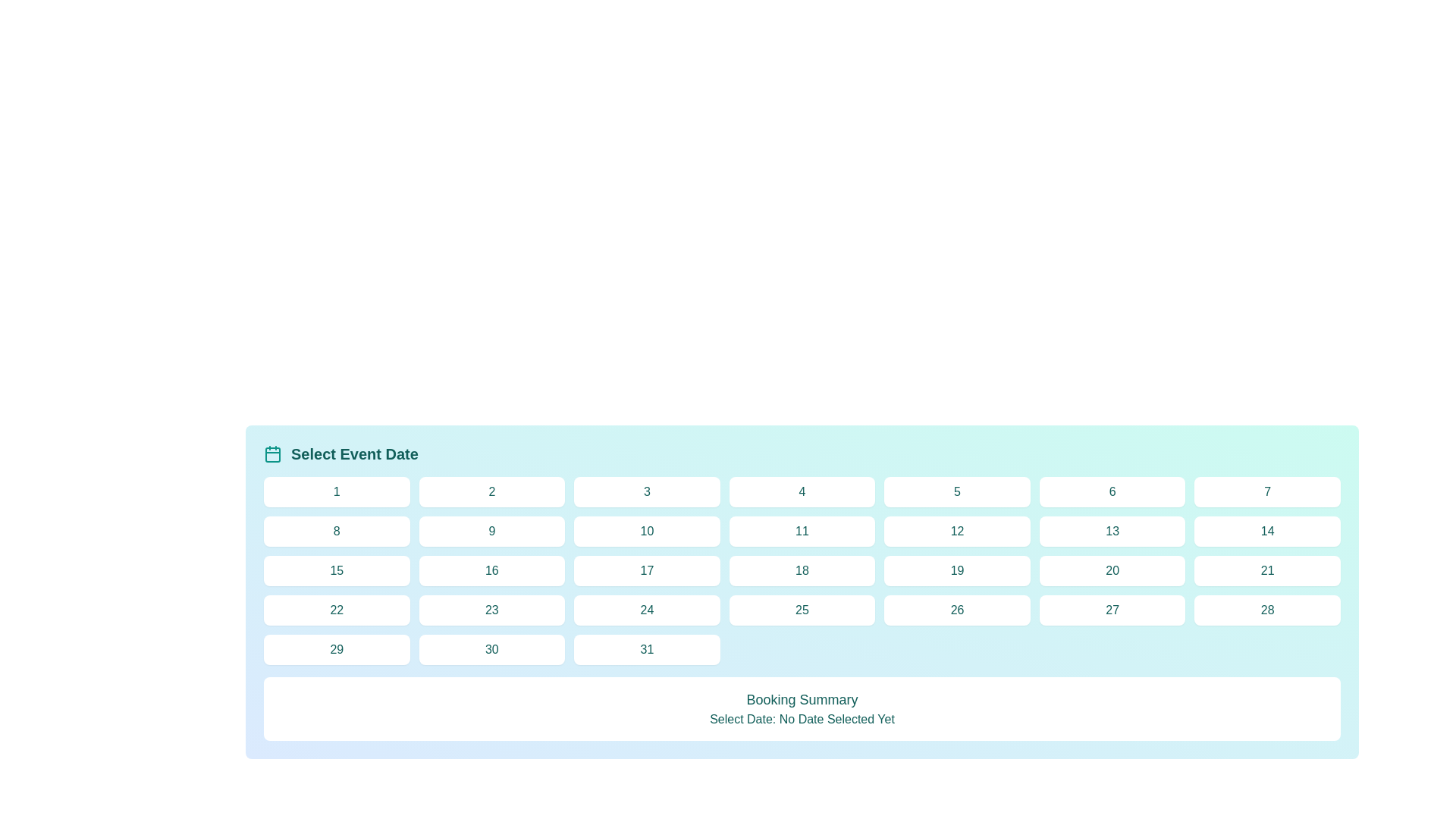 This screenshot has height=819, width=1456. Describe the element at coordinates (336, 570) in the screenshot. I see `the button representing a selectable day in the calendar component located in the fourth row's first column` at that location.